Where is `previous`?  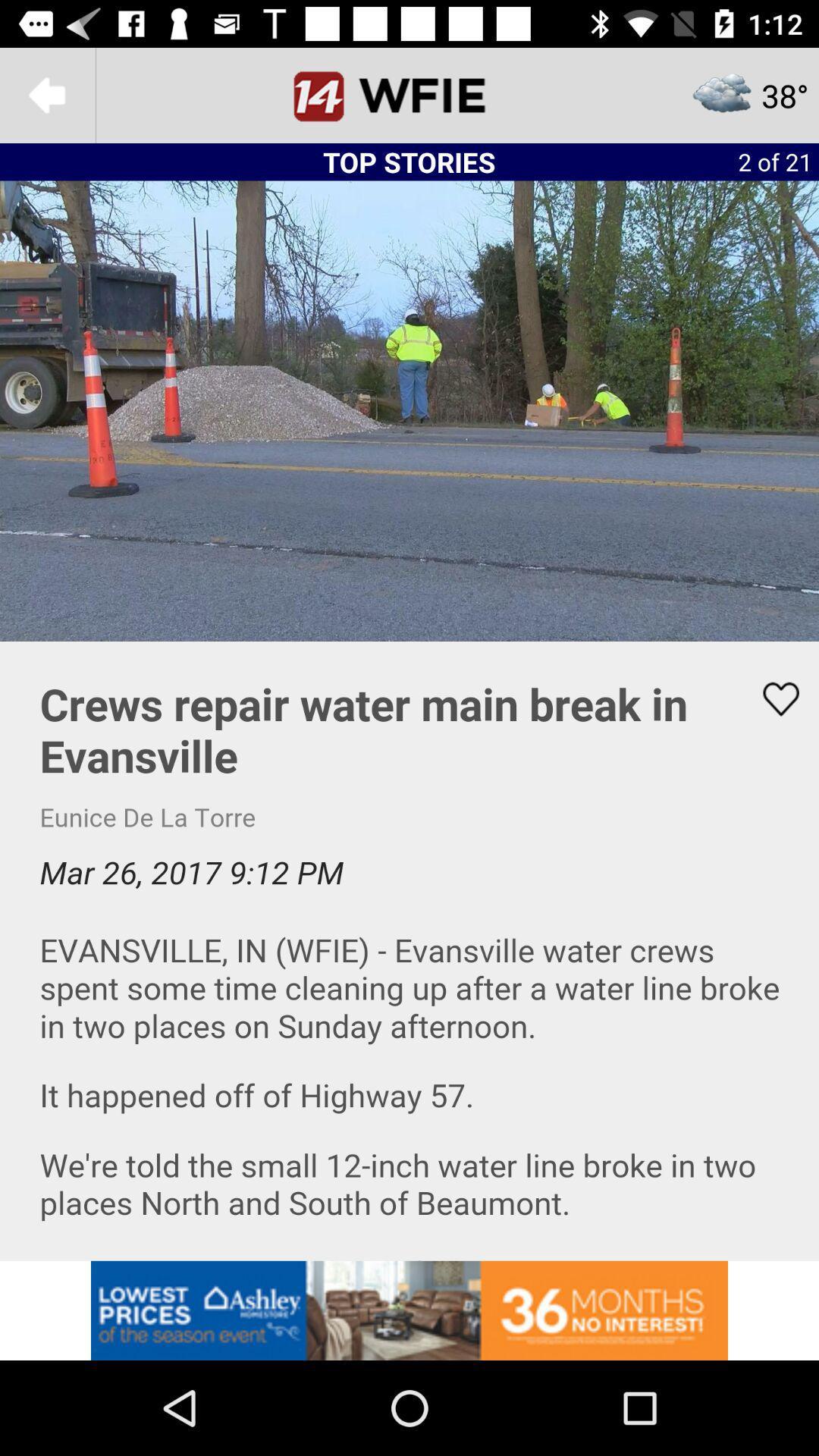 previous is located at coordinates (46, 94).